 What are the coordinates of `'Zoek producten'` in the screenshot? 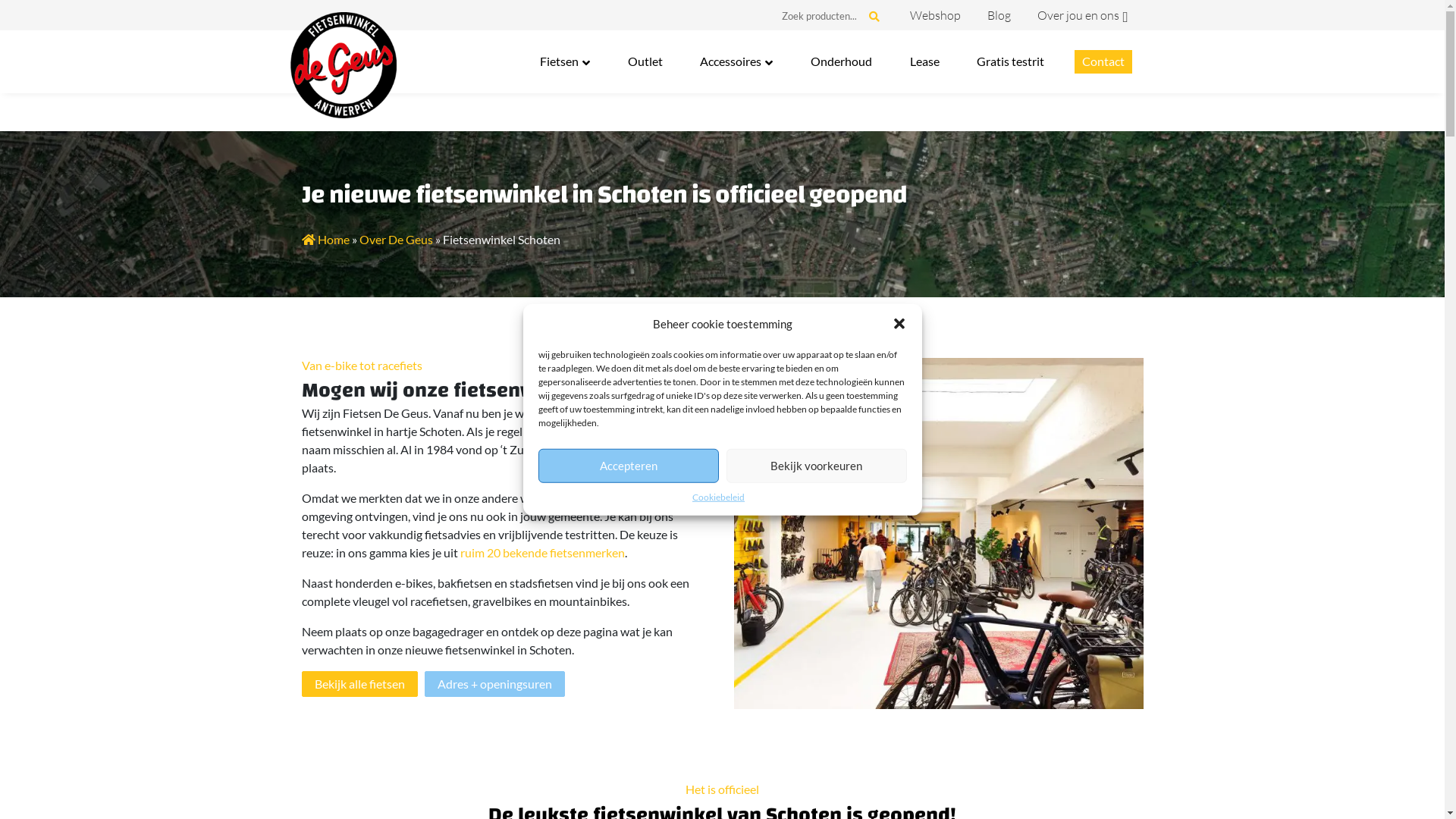 It's located at (818, 17).